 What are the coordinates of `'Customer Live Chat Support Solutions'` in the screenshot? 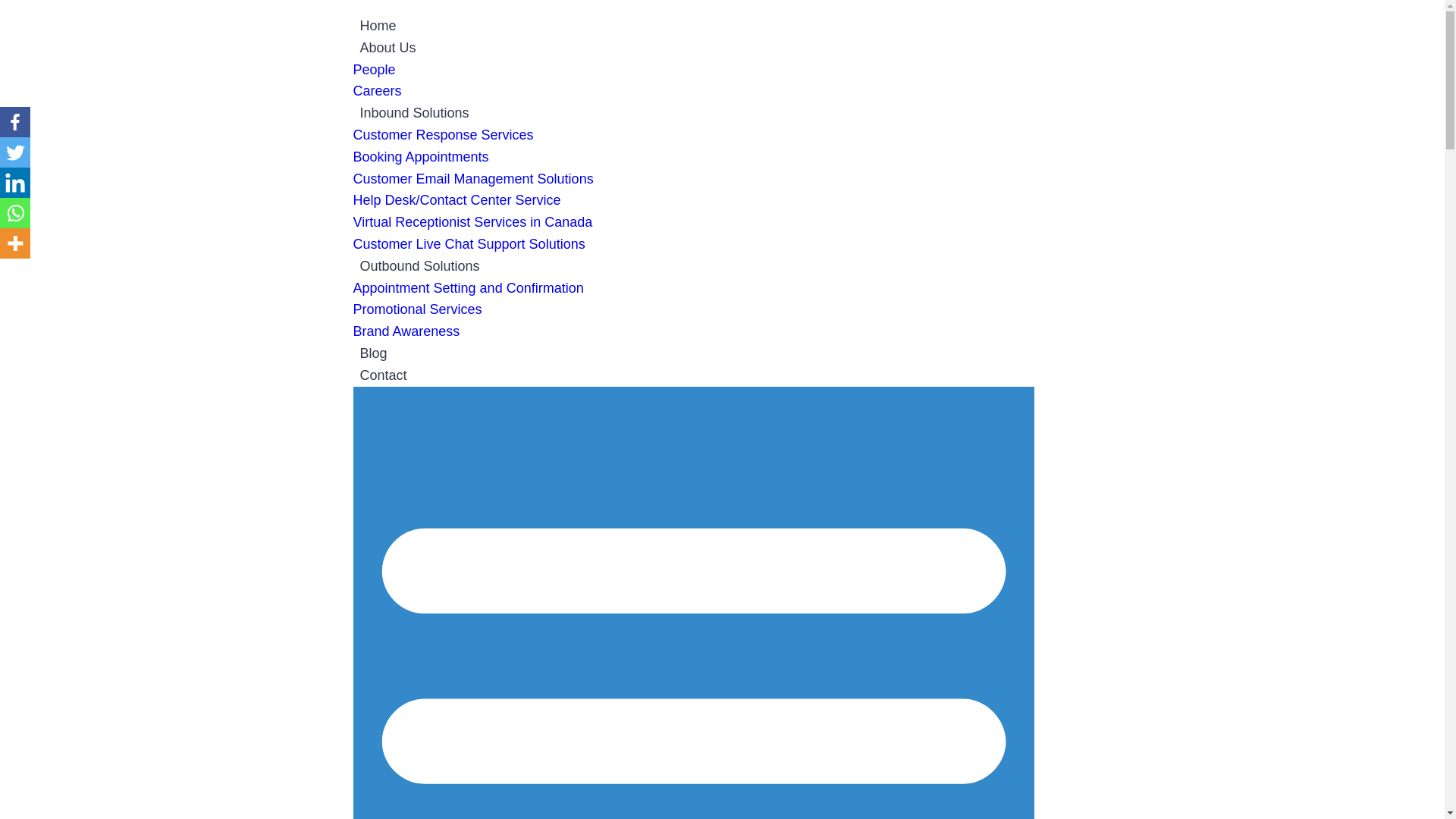 It's located at (469, 243).